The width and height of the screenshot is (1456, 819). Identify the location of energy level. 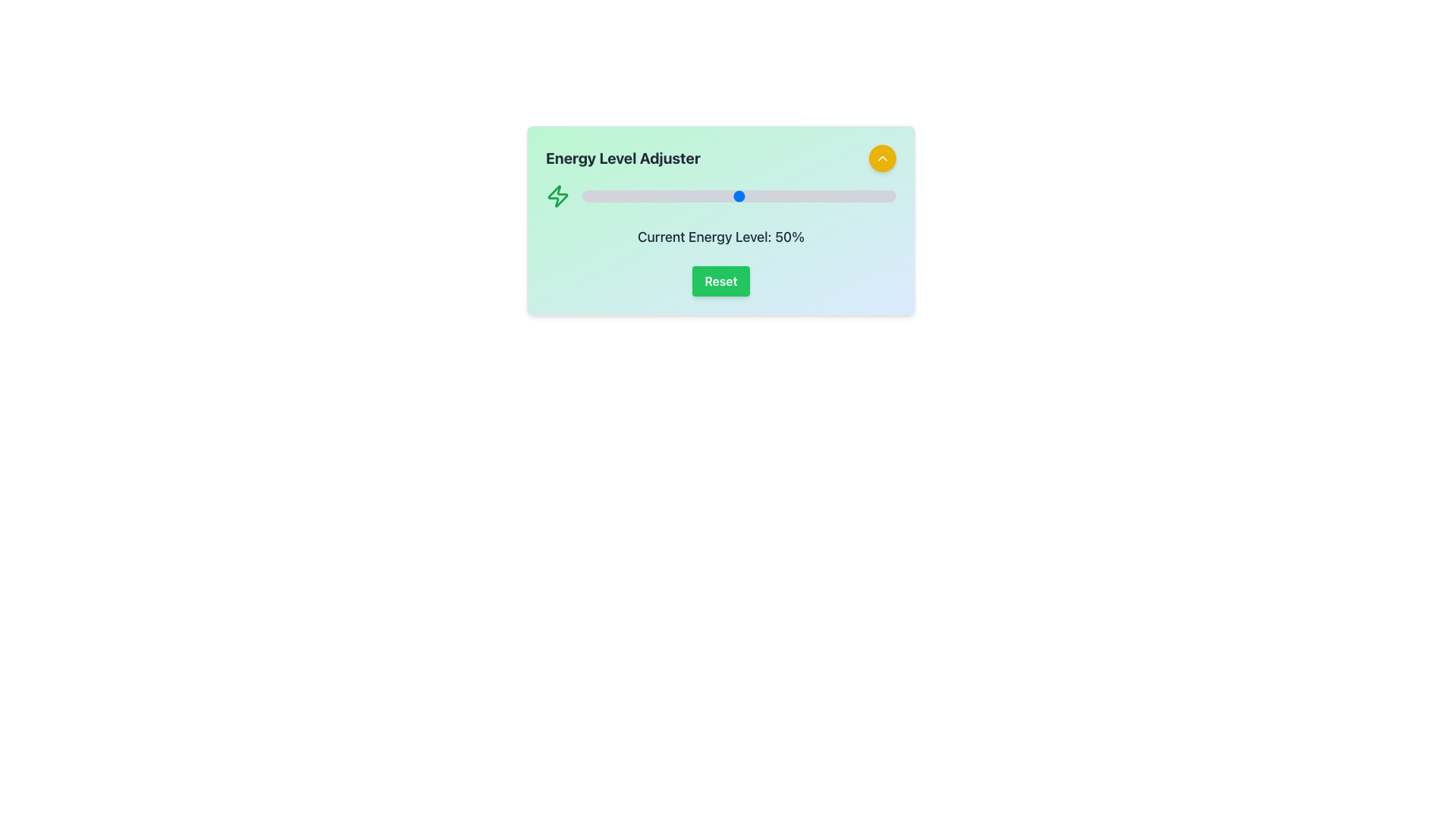
(713, 195).